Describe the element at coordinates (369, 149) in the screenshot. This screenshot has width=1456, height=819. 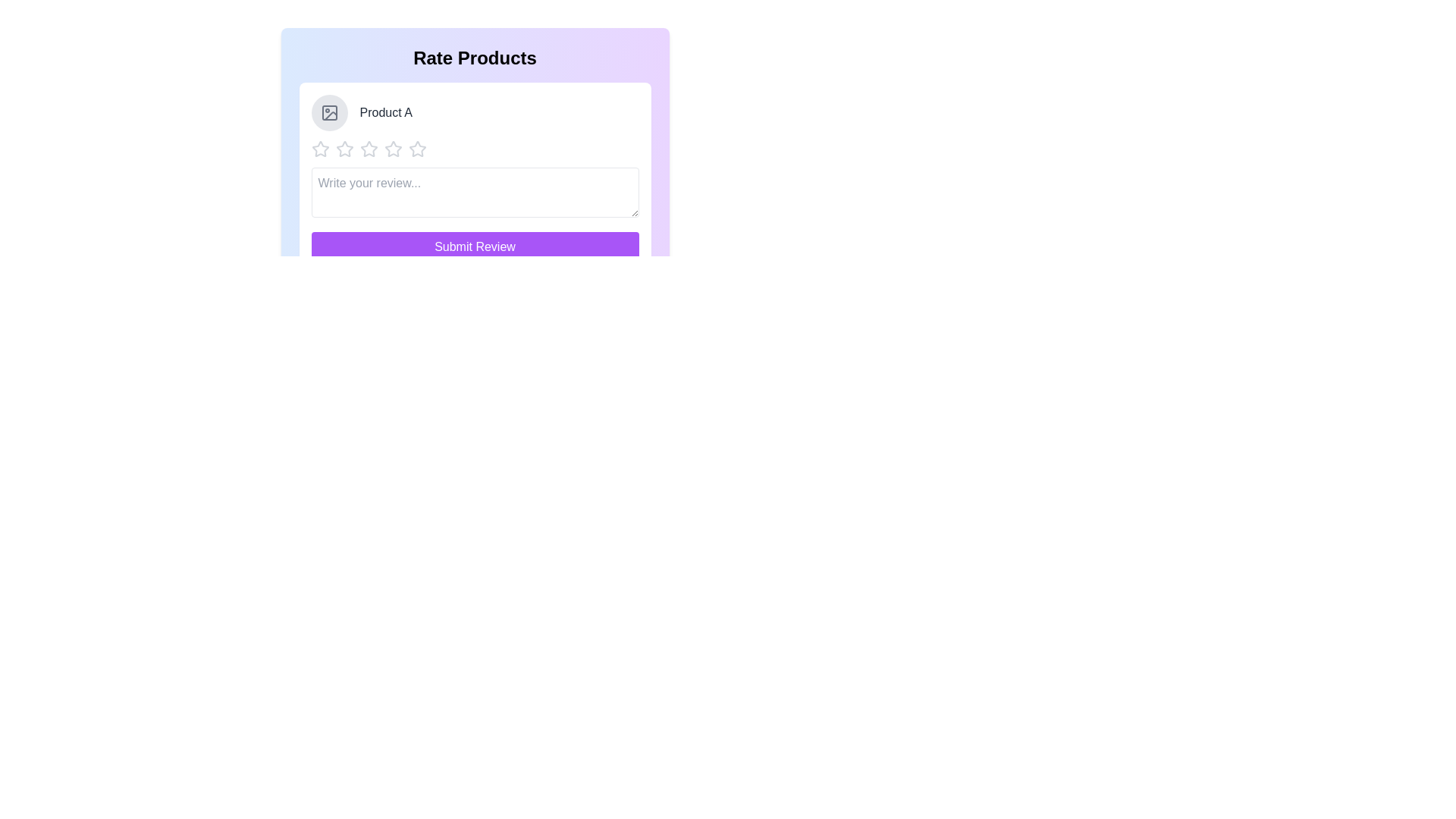
I see `the star corresponding to the desired rating 3` at that location.